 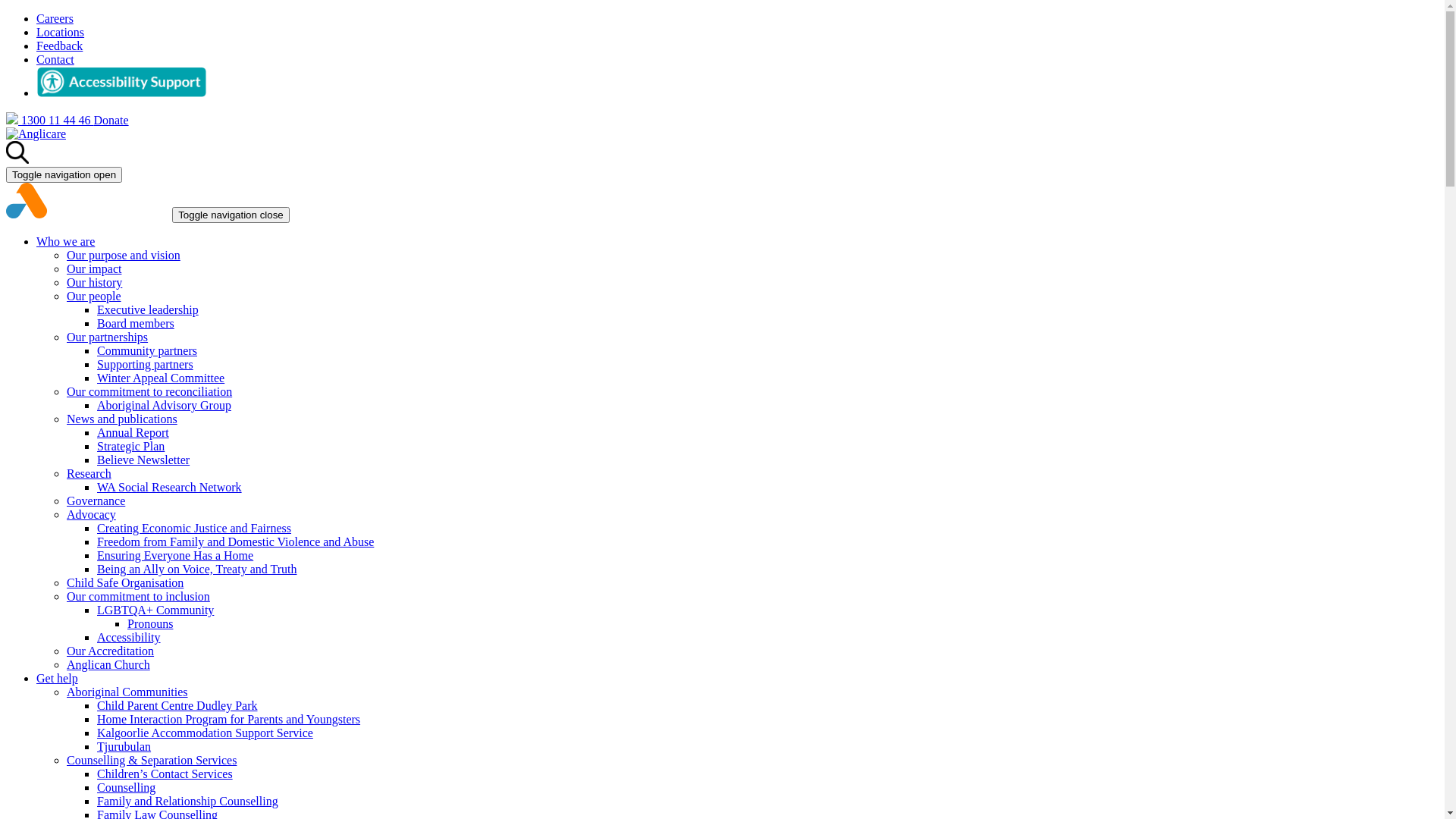 What do you see at coordinates (93, 282) in the screenshot?
I see `'Our history'` at bounding box center [93, 282].